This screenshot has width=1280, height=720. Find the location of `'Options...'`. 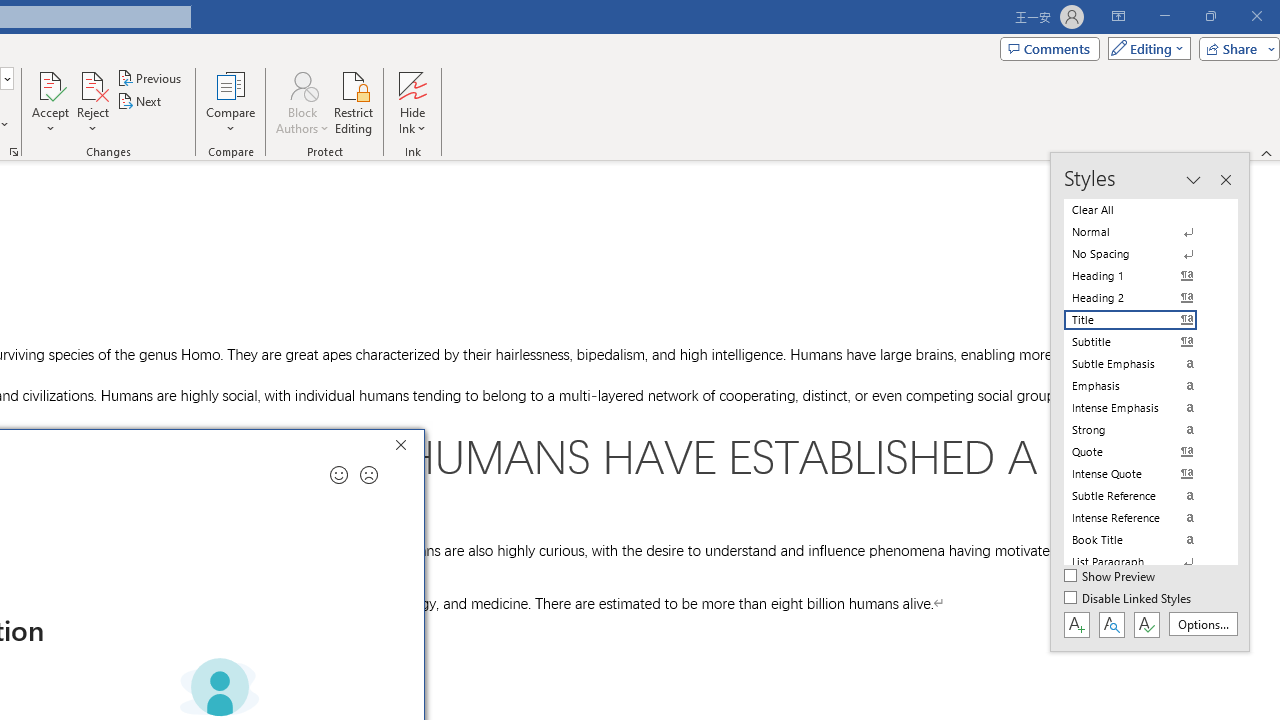

'Options...' is located at coordinates (1202, 622).